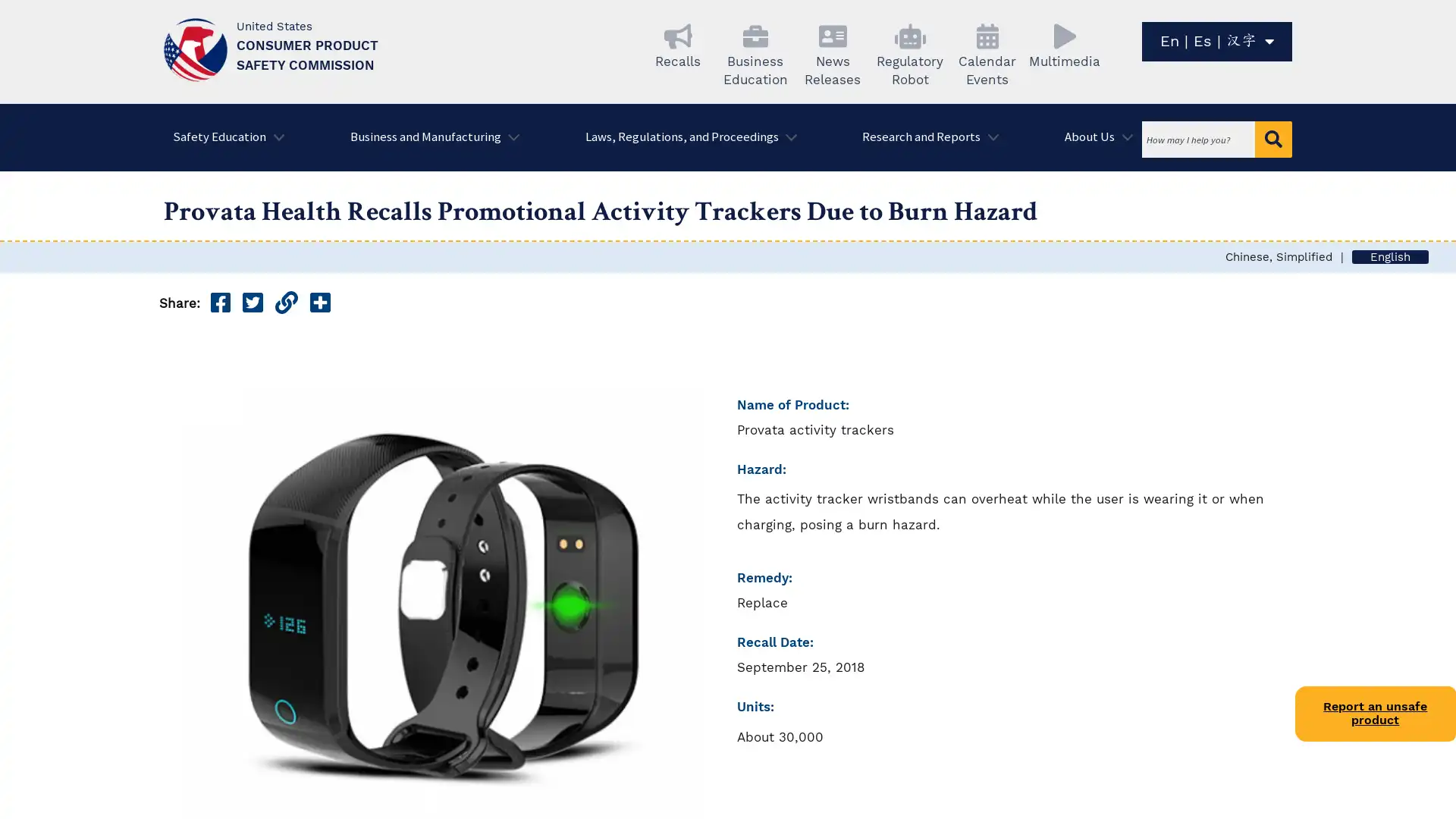 This screenshot has width=1456, height=819. Describe the element at coordinates (685, 137) in the screenshot. I see `Laws, Regulations, and Proceedings` at that location.